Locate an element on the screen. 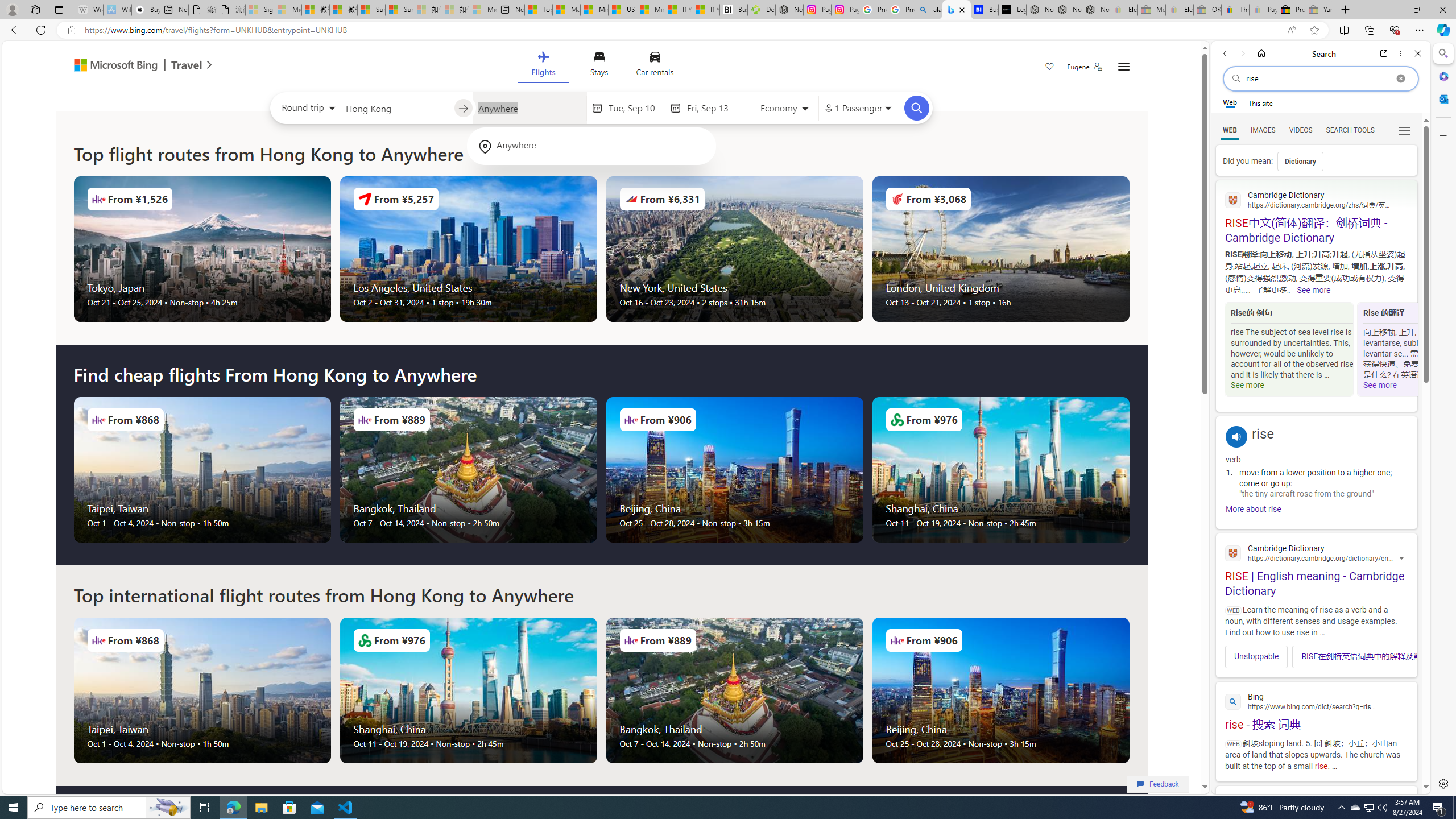 The height and width of the screenshot is (819, 1456). 'Microsoft Services Agreement - Sleeping' is located at coordinates (287, 9).